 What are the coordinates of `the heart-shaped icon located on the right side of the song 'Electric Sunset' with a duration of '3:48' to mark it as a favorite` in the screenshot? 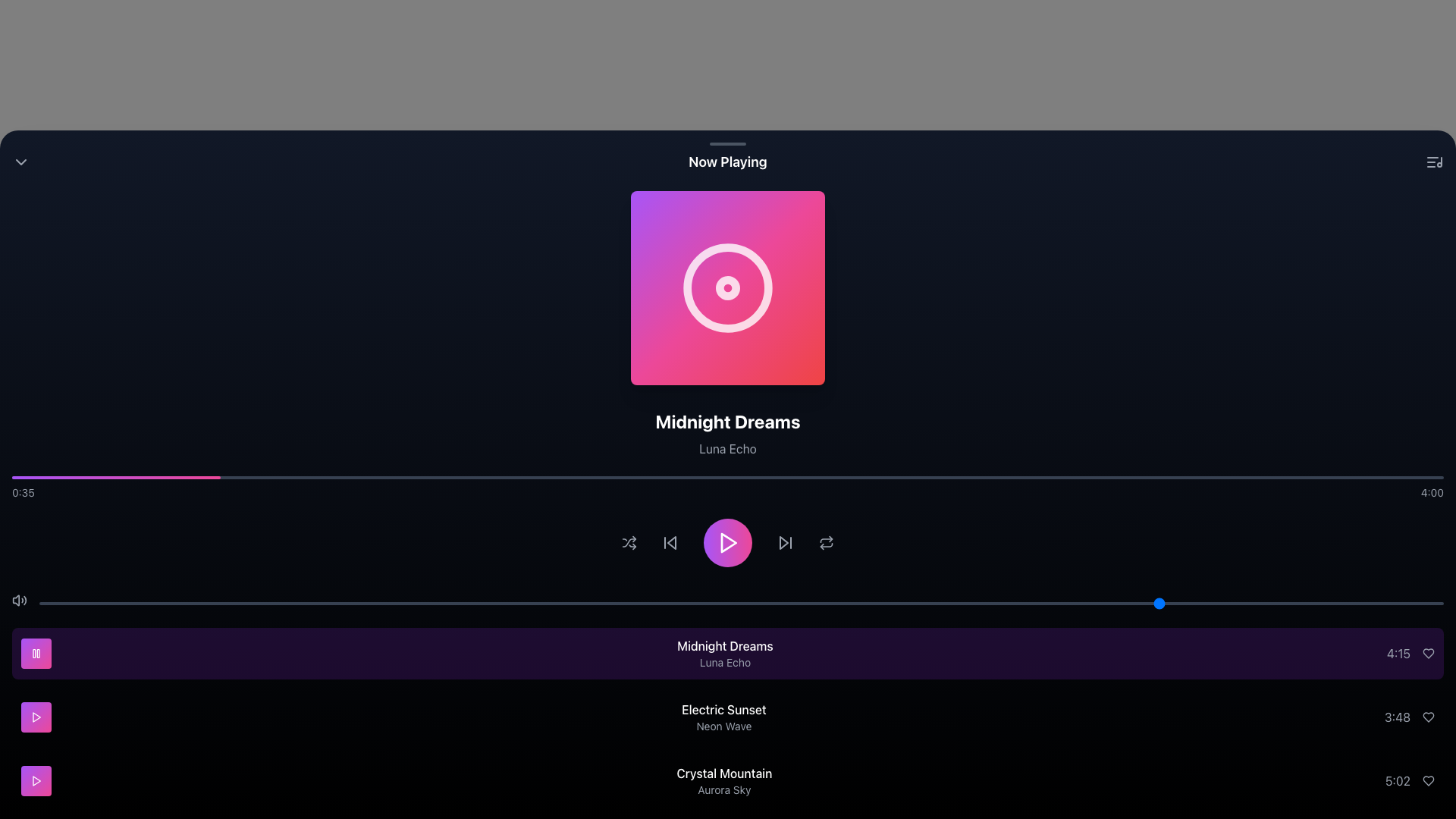 It's located at (1427, 717).